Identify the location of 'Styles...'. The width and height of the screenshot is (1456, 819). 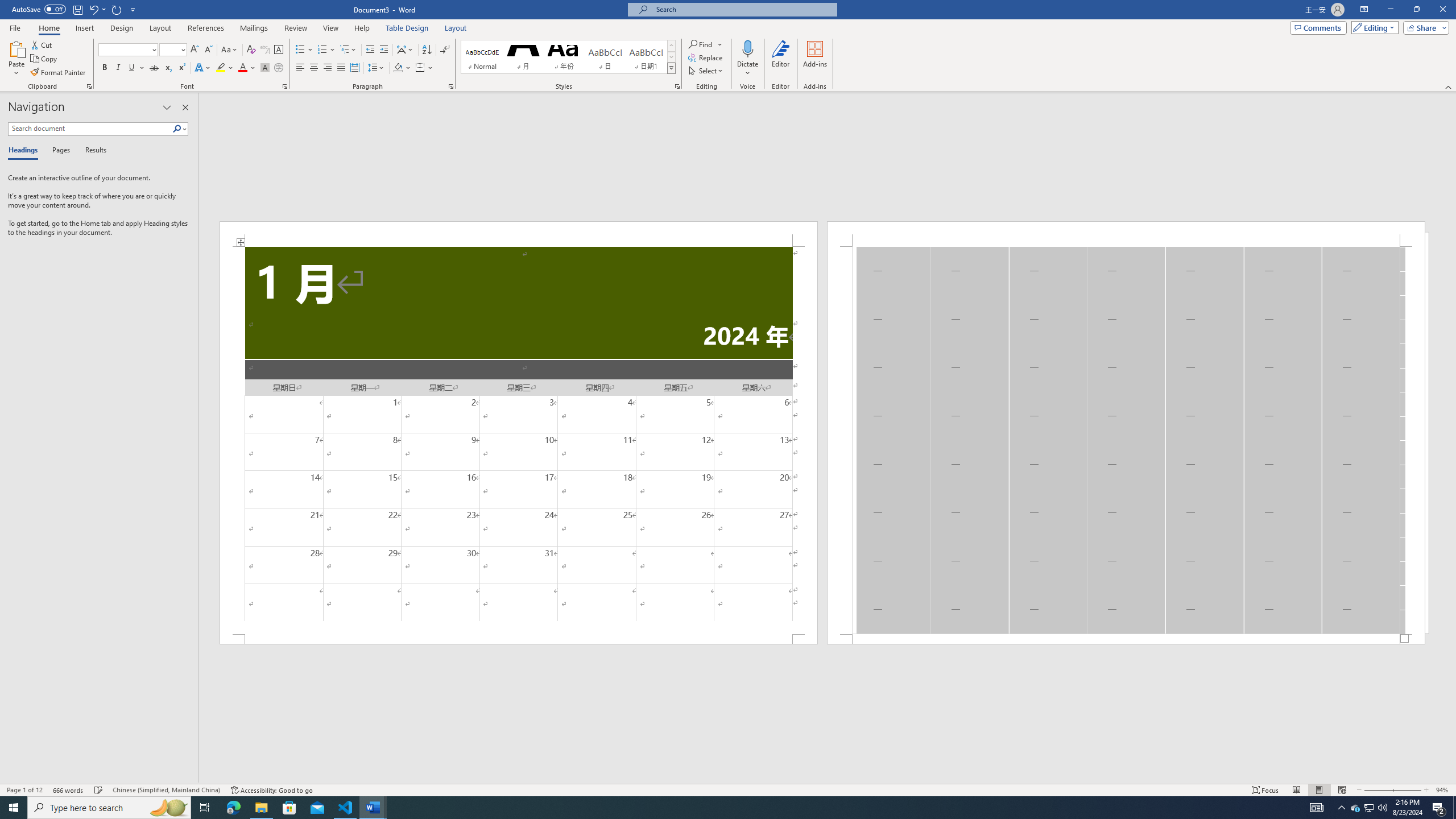
(677, 85).